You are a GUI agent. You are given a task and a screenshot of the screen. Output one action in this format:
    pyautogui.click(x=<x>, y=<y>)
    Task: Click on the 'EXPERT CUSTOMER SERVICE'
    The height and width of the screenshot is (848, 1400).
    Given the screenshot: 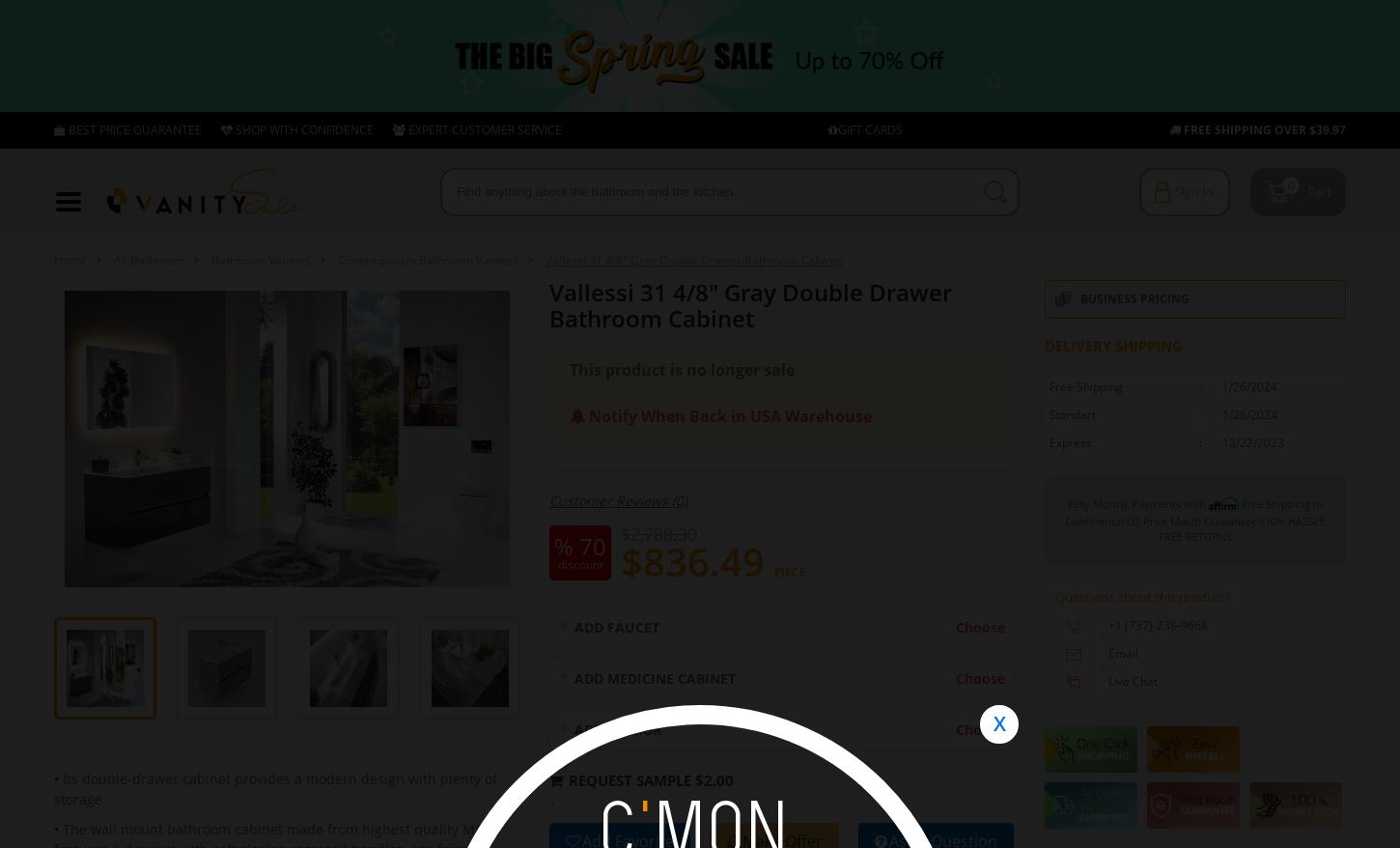 What is the action you would take?
    pyautogui.click(x=483, y=128)
    